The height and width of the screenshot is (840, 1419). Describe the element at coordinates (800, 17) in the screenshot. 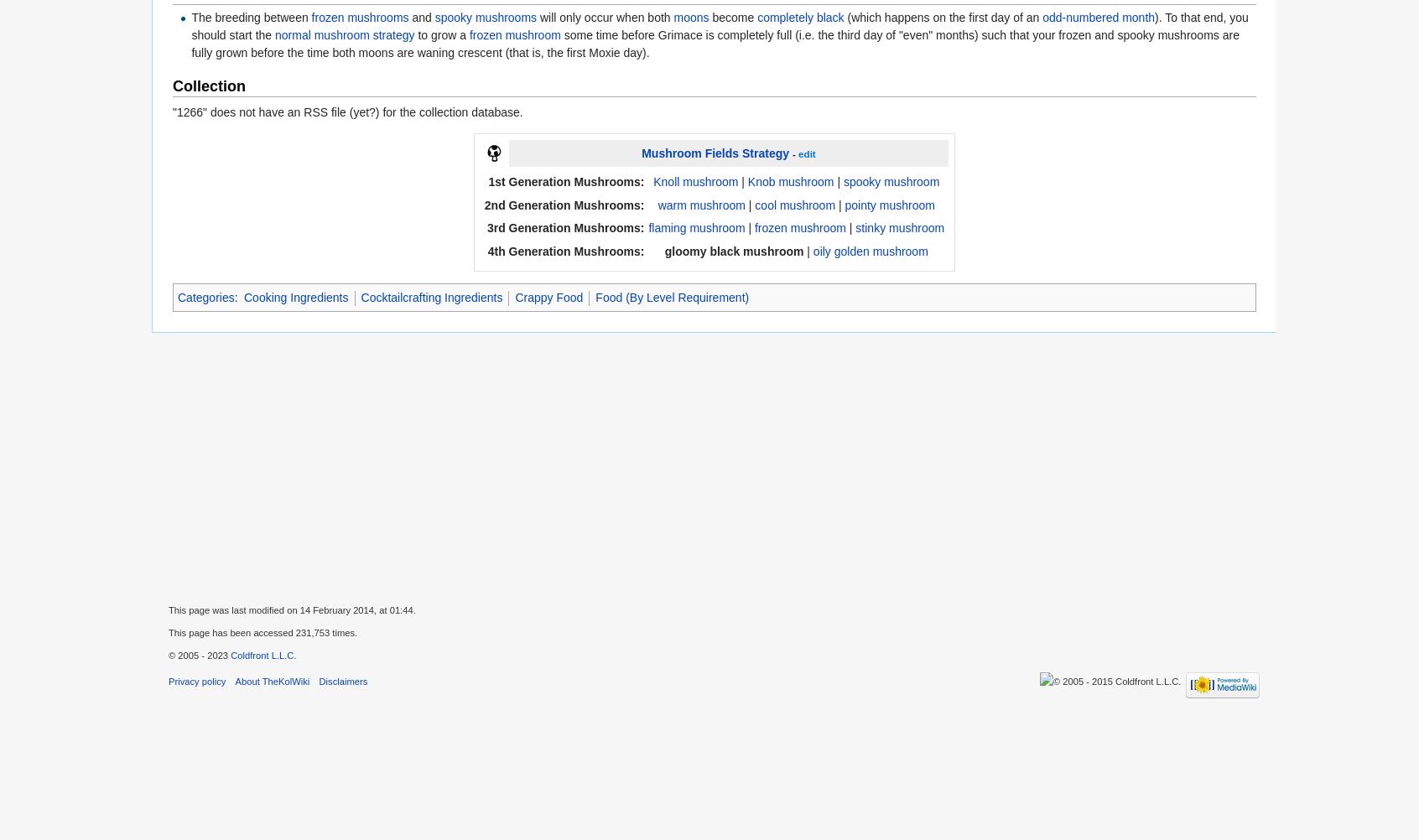

I see `'completely black'` at that location.